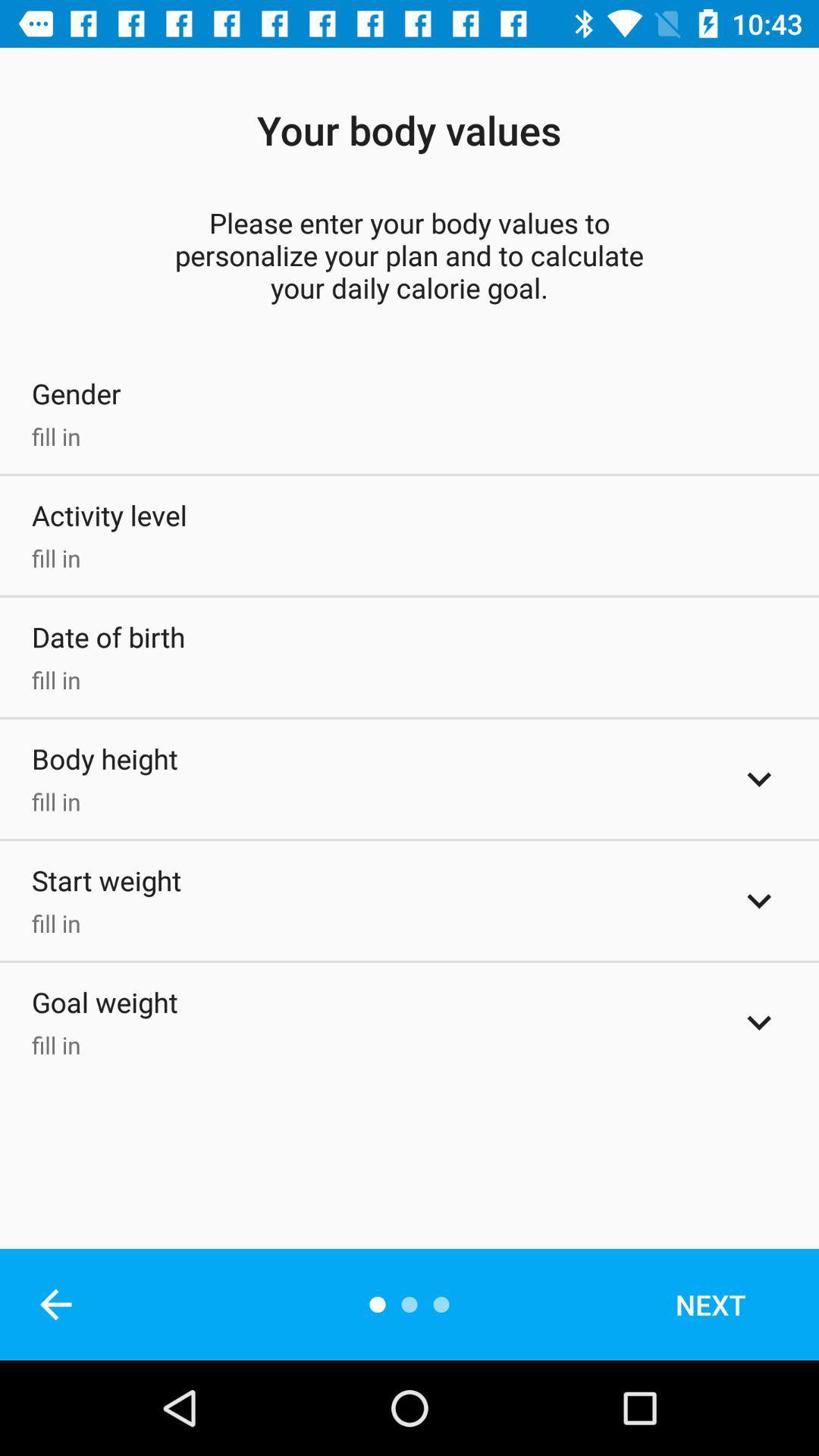 Image resolution: width=819 pixels, height=1456 pixels. I want to click on options, so click(759, 901).